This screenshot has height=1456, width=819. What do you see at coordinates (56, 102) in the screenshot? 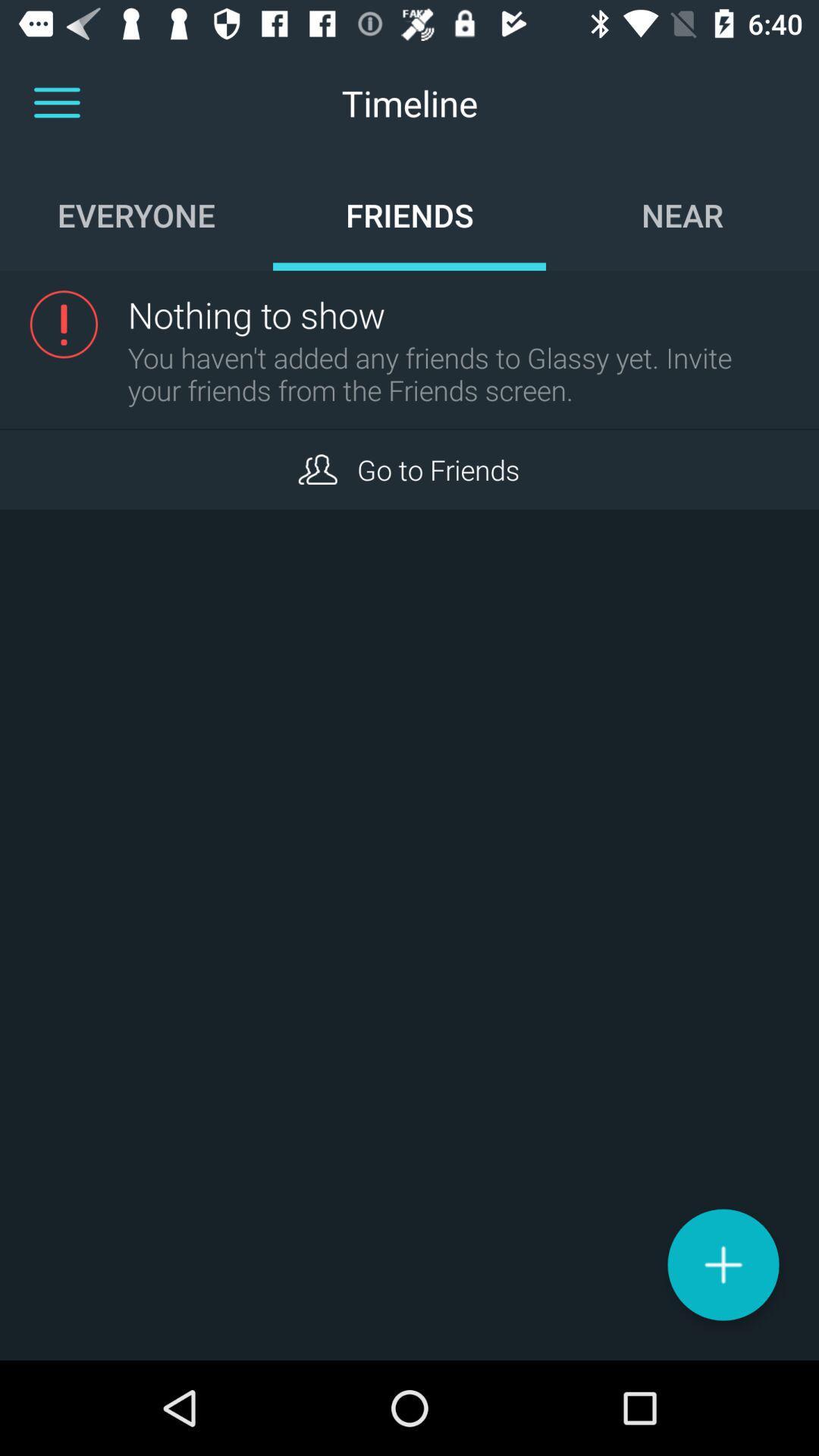
I see `open options menu button` at bounding box center [56, 102].